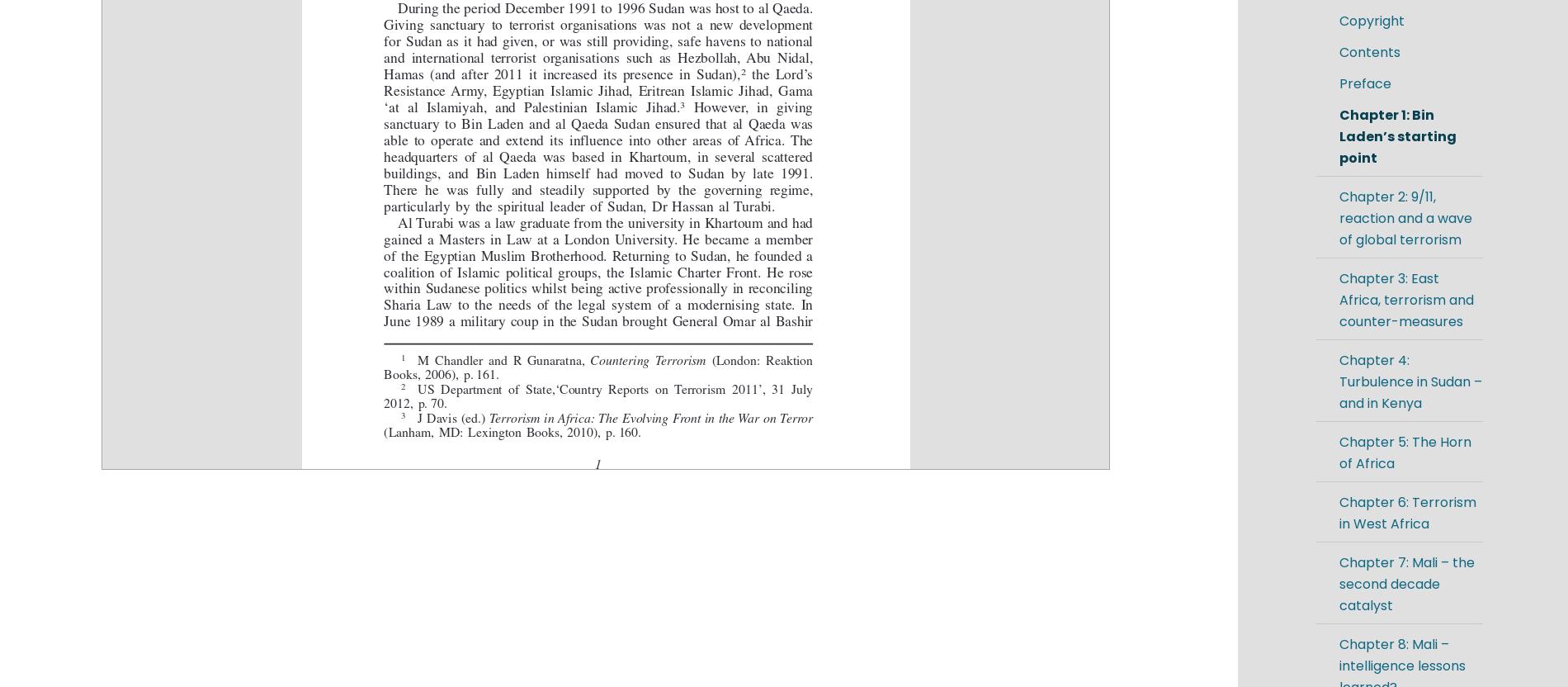  Describe the element at coordinates (1404, 452) in the screenshot. I see `'Chapter 5: The Horn of Africa'` at that location.